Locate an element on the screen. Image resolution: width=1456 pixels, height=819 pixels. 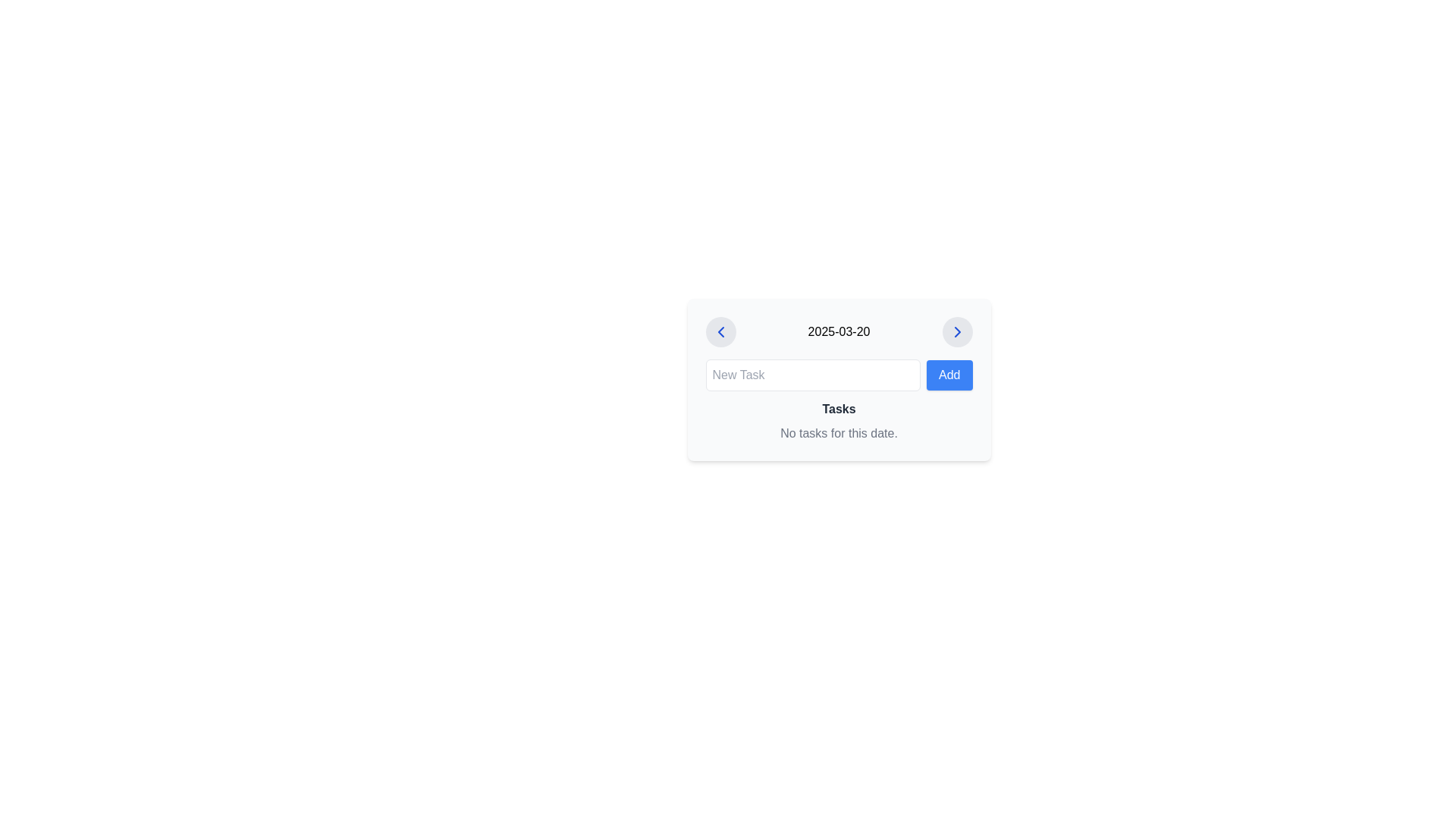
the blue arrow icon pointing to the right, which is located at the top-right corner of a card component is located at coordinates (956, 331).